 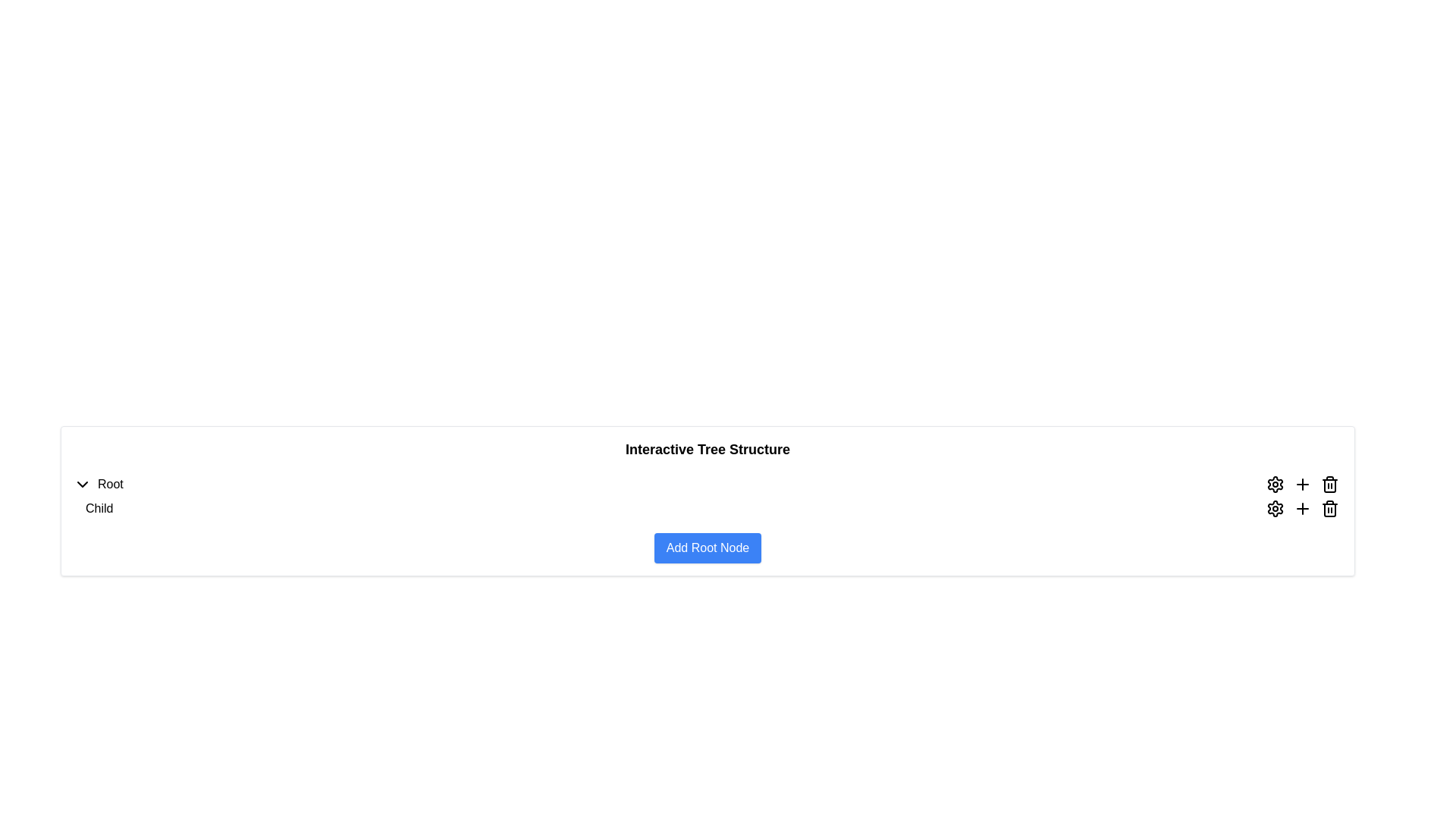 What do you see at coordinates (1329, 509) in the screenshot?
I see `the trash can icon located` at bounding box center [1329, 509].